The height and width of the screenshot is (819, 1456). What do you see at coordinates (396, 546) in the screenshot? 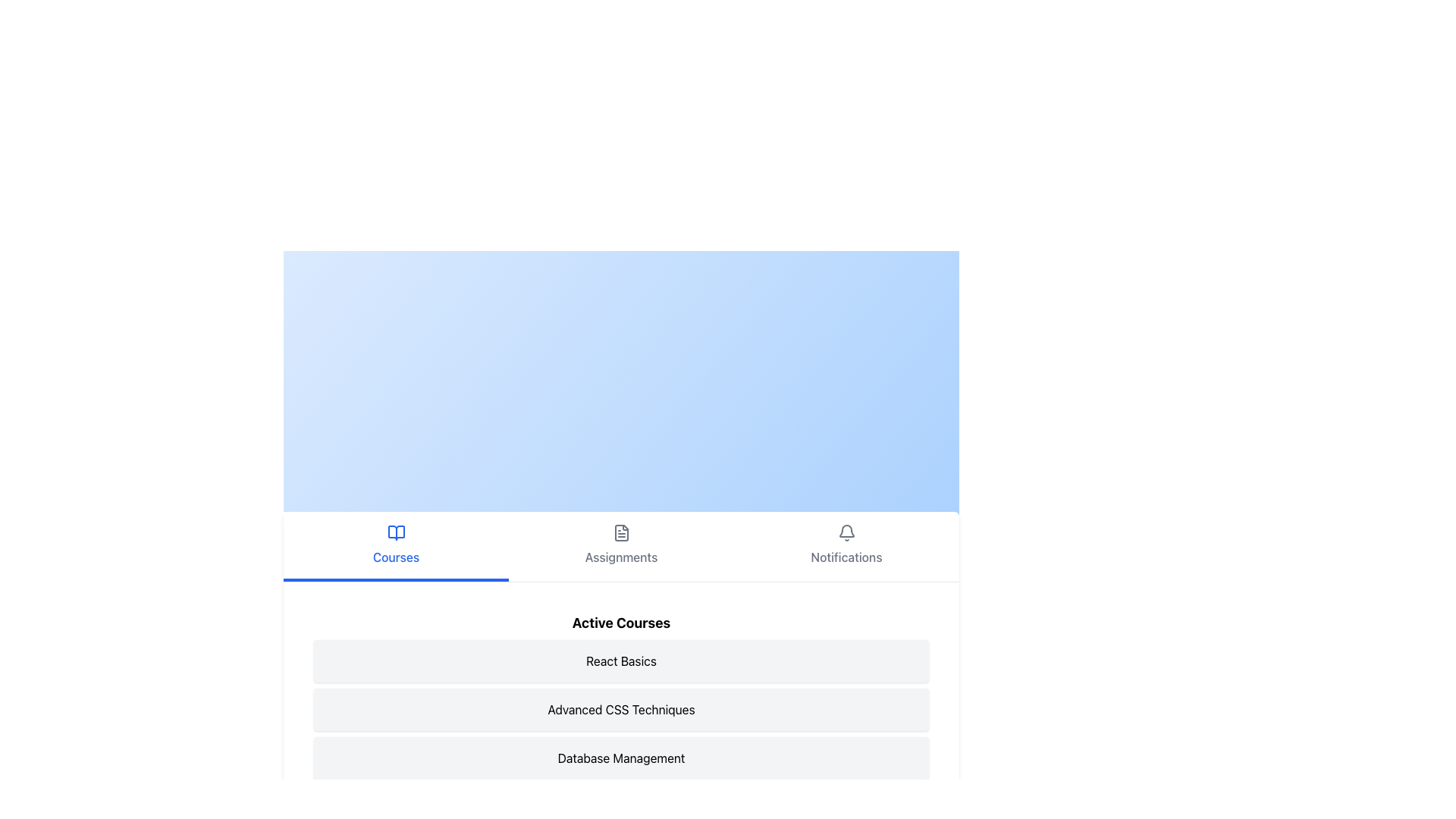
I see `the 'Courses' button, which is the first button in a horizontal menu set at the bottom of the page's top section, featuring an open book icon and a blue underline` at bounding box center [396, 546].